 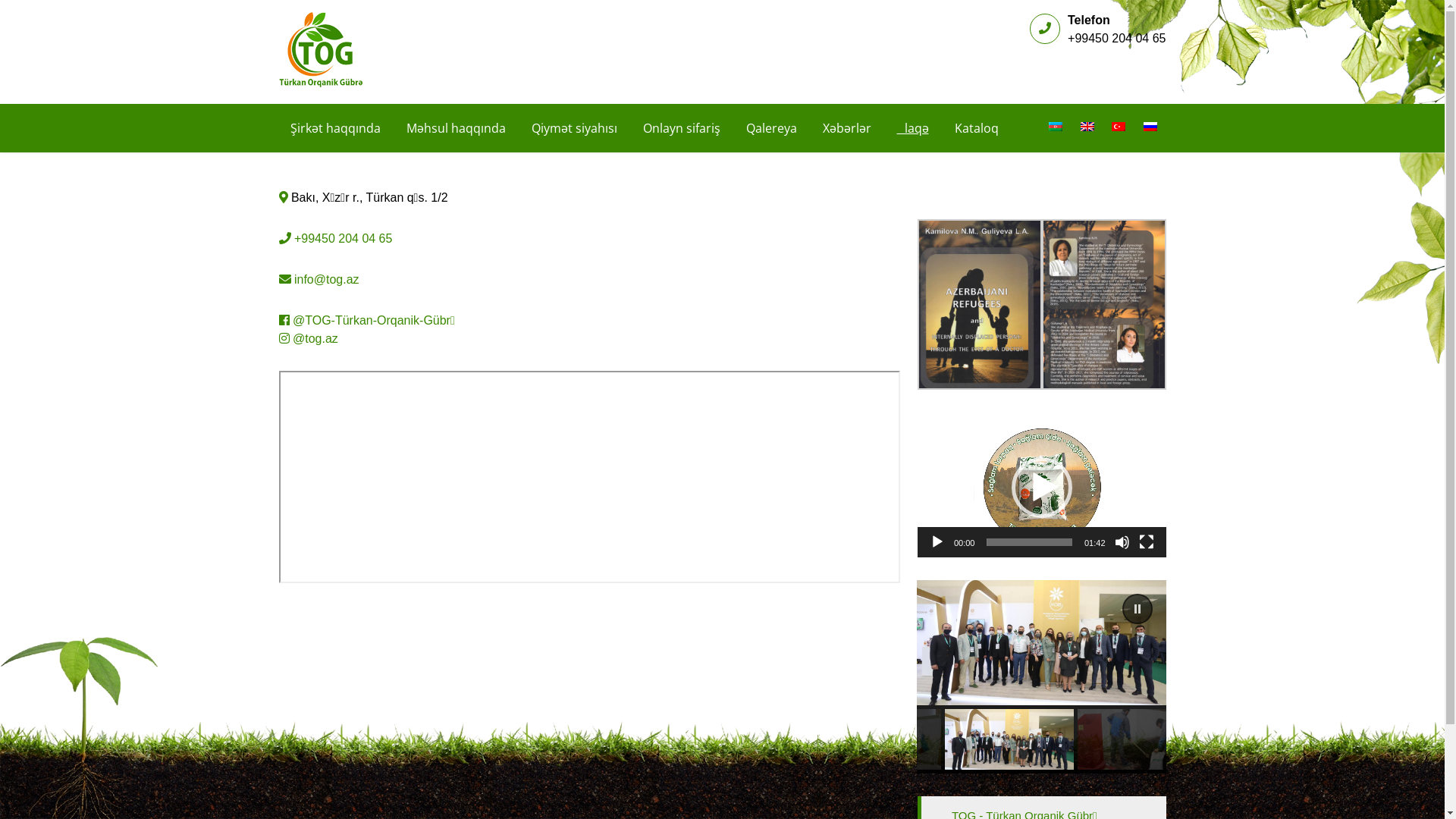 What do you see at coordinates (1147, 541) in the screenshot?
I see `'Fullscreen'` at bounding box center [1147, 541].